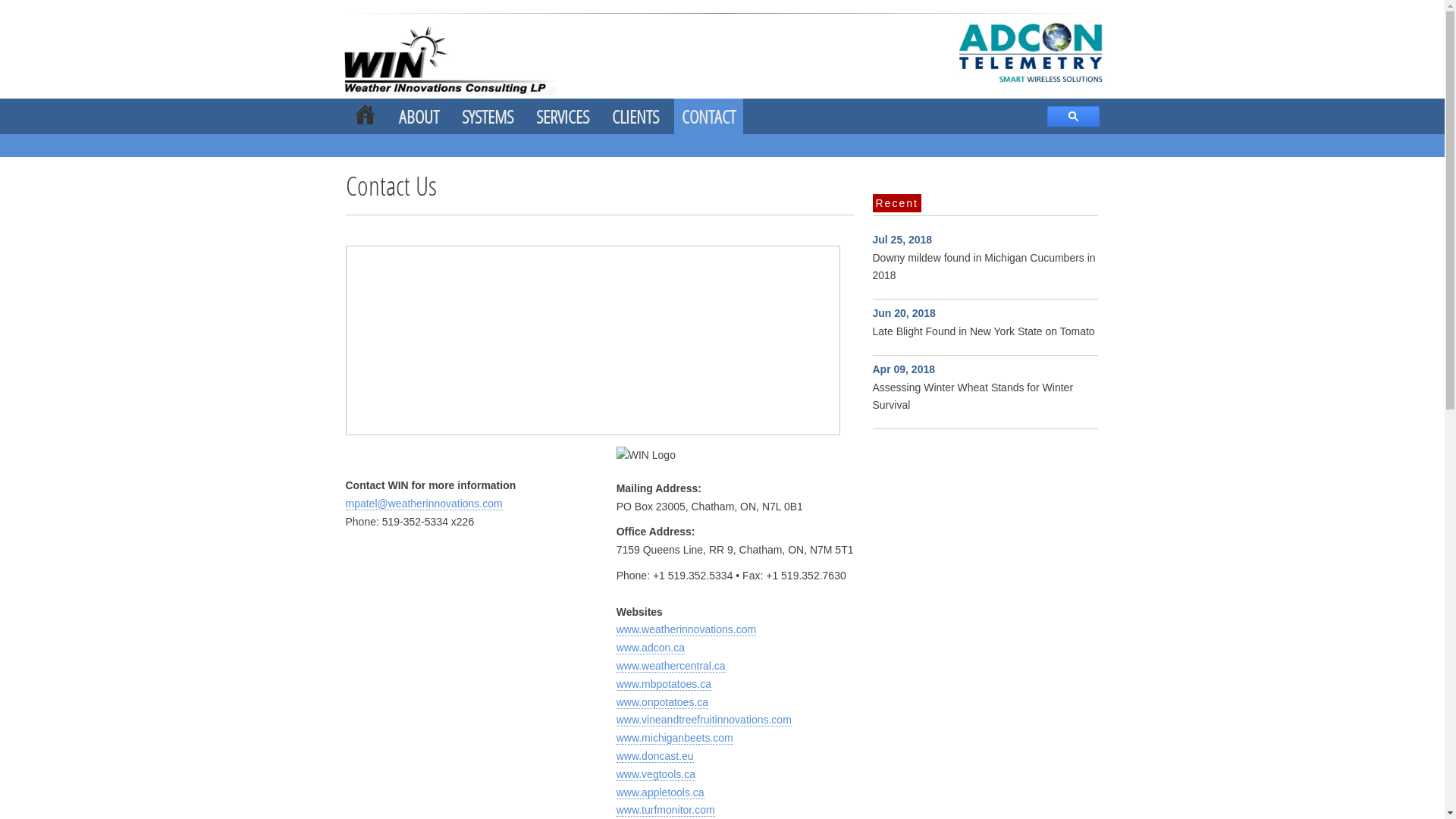  I want to click on 'www.weatherinnovations.com', so click(686, 629).